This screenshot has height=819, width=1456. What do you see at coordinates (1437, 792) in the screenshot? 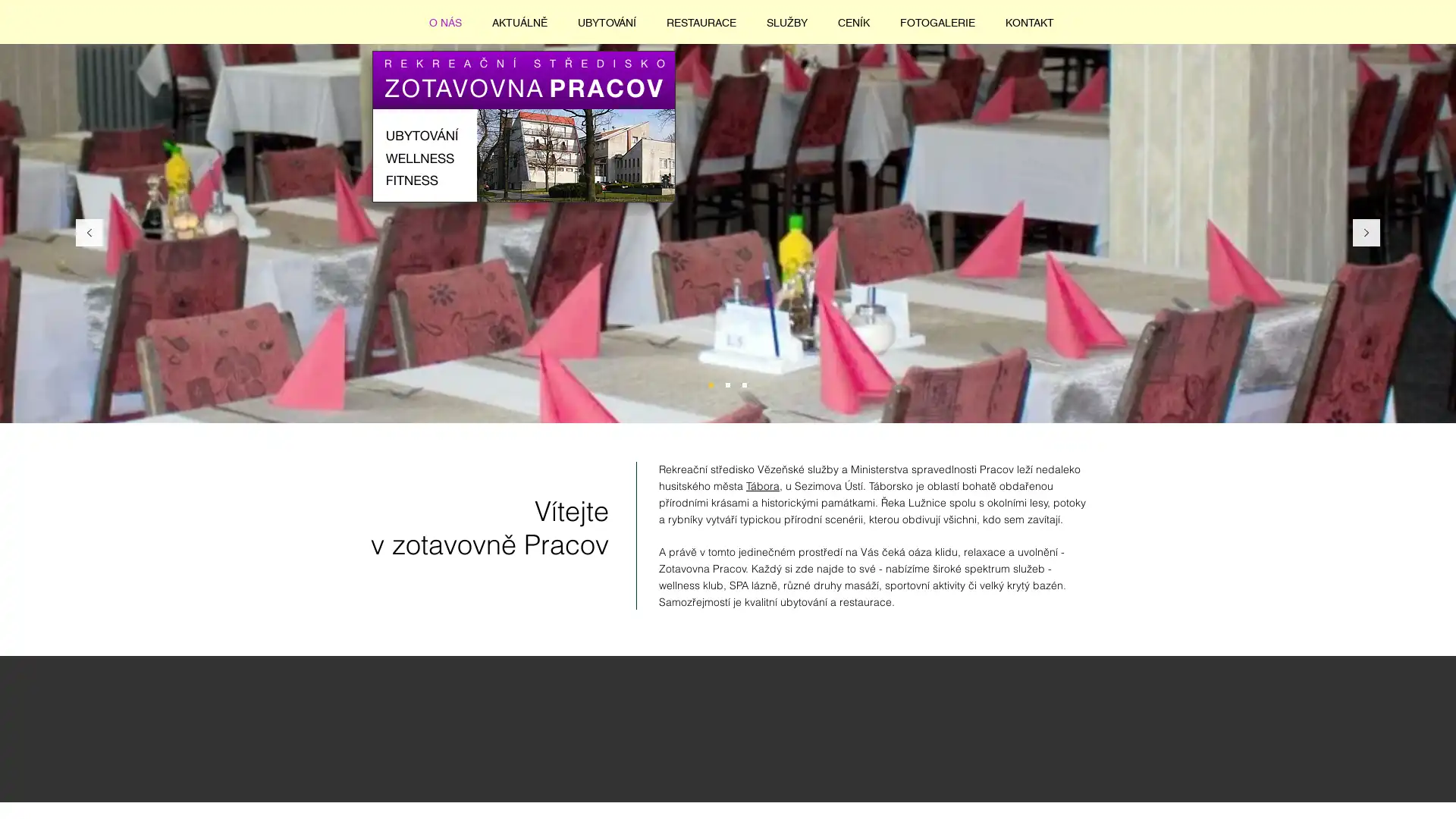
I see `Zavrit` at bounding box center [1437, 792].